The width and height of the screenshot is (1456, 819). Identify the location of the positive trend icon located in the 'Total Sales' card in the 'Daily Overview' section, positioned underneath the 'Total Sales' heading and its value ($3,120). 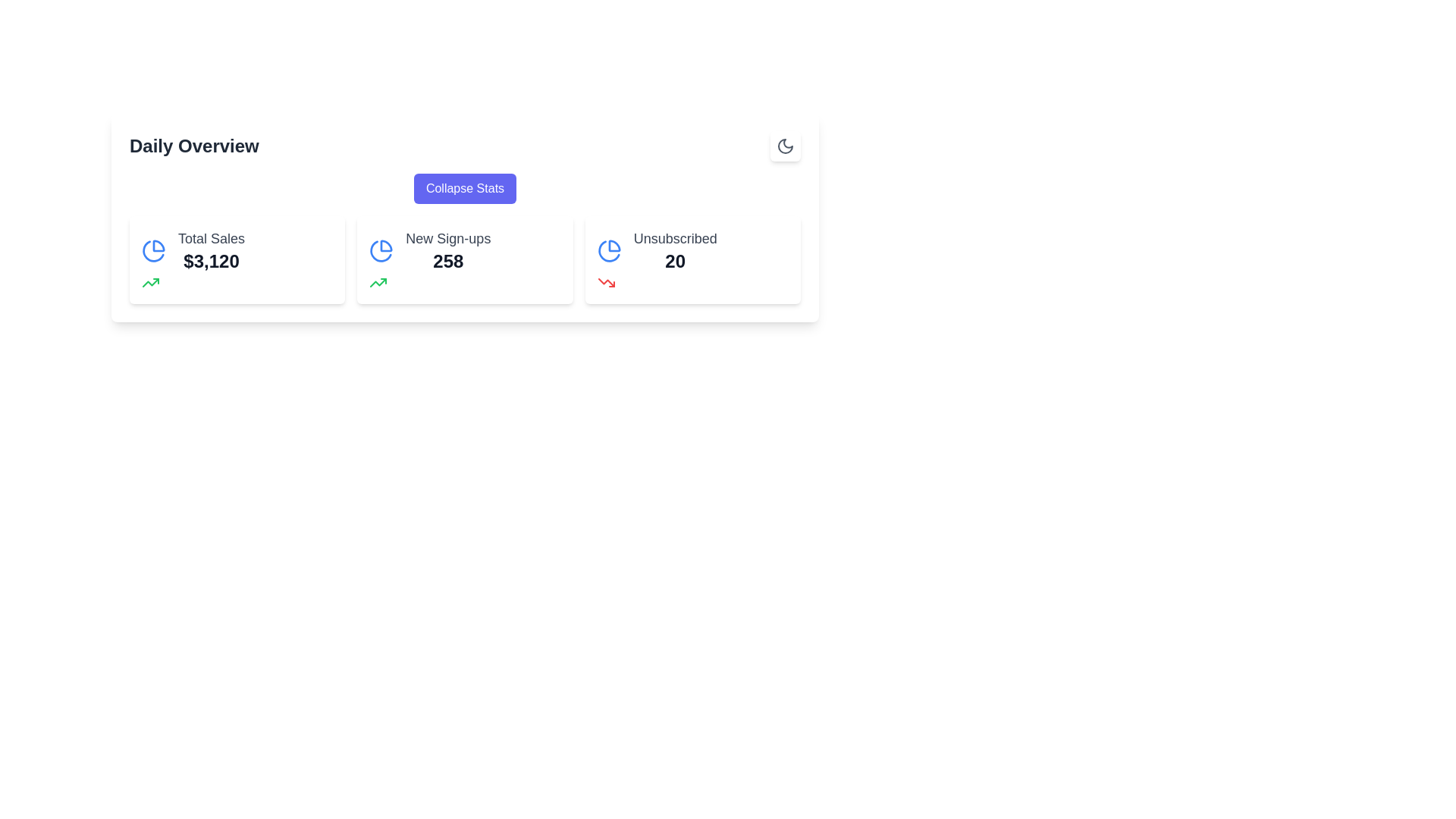
(378, 283).